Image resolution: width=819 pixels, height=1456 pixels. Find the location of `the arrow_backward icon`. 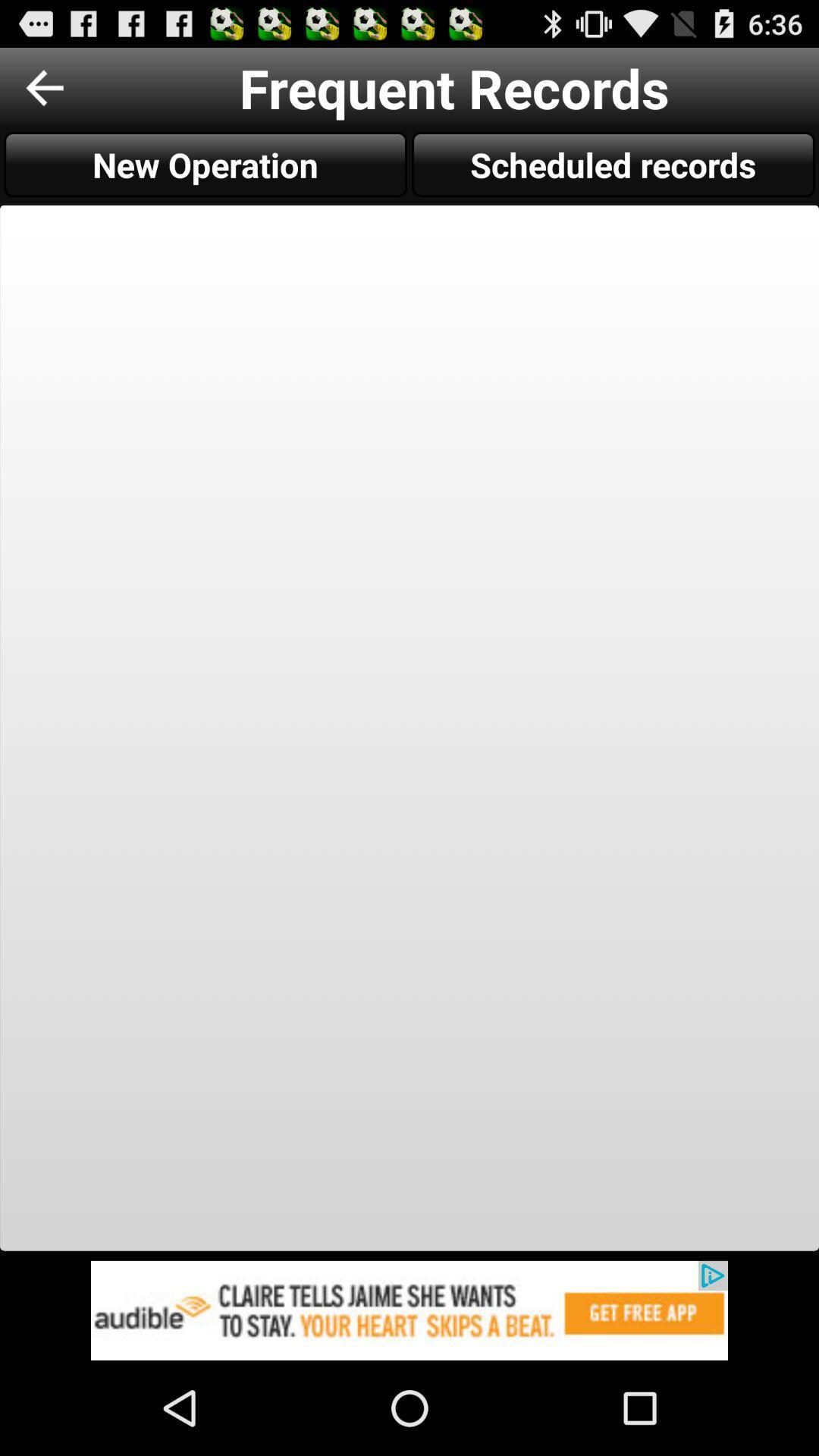

the arrow_backward icon is located at coordinates (44, 93).